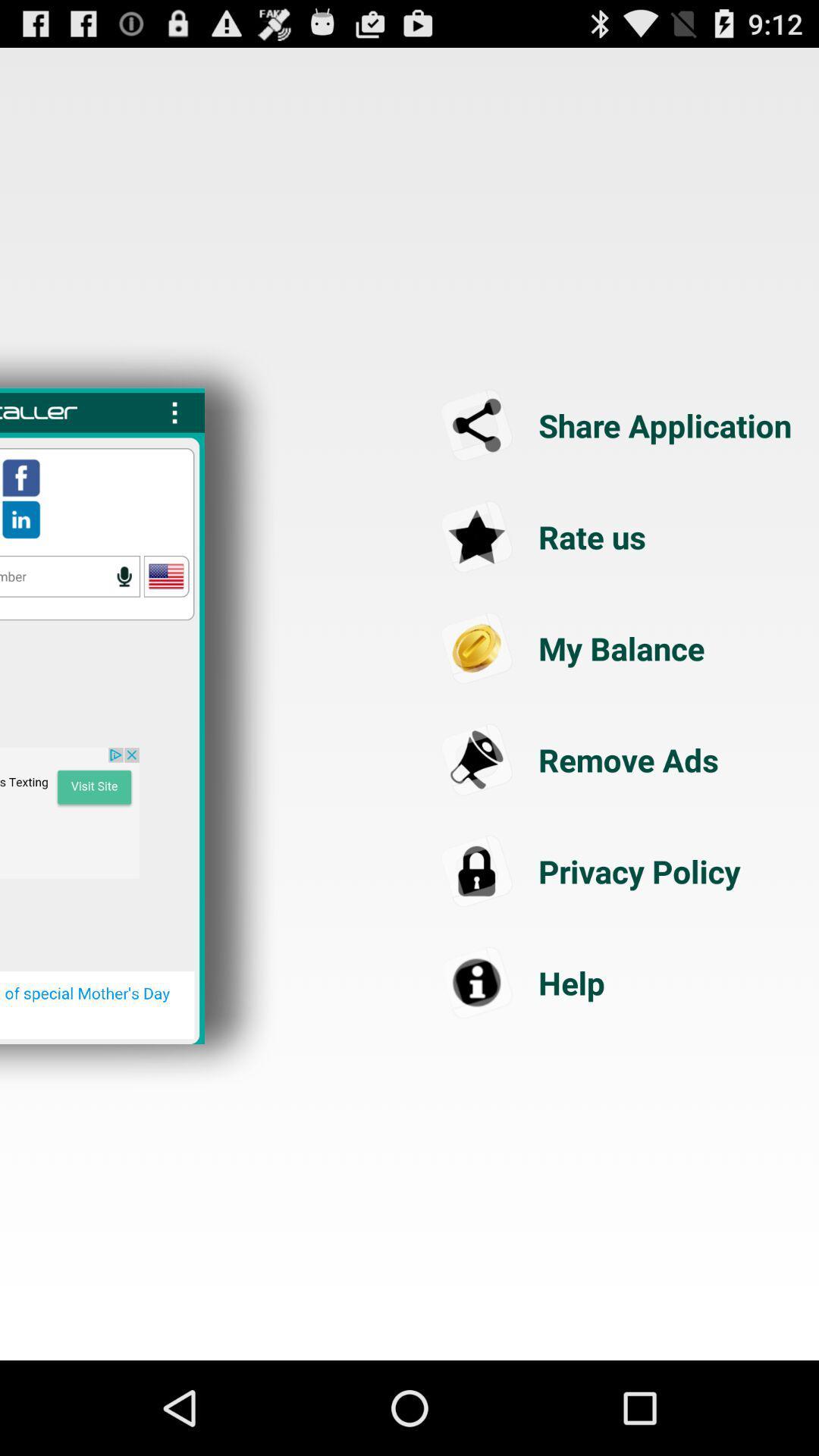 Image resolution: width=819 pixels, height=1456 pixels. I want to click on click the flog, so click(166, 576).